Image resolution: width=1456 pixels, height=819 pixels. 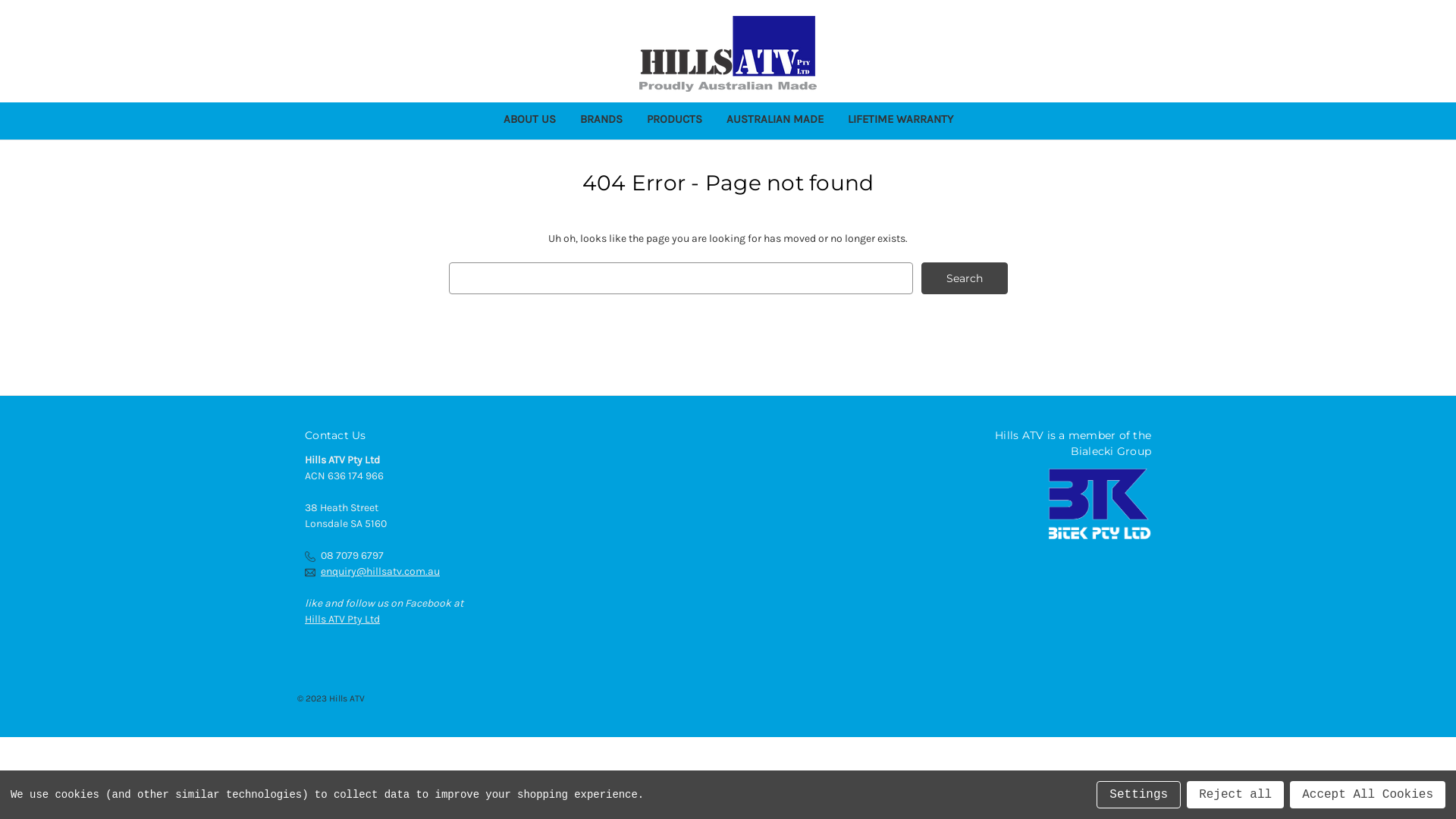 I want to click on 'Accept All Cookies', so click(x=1367, y=794).